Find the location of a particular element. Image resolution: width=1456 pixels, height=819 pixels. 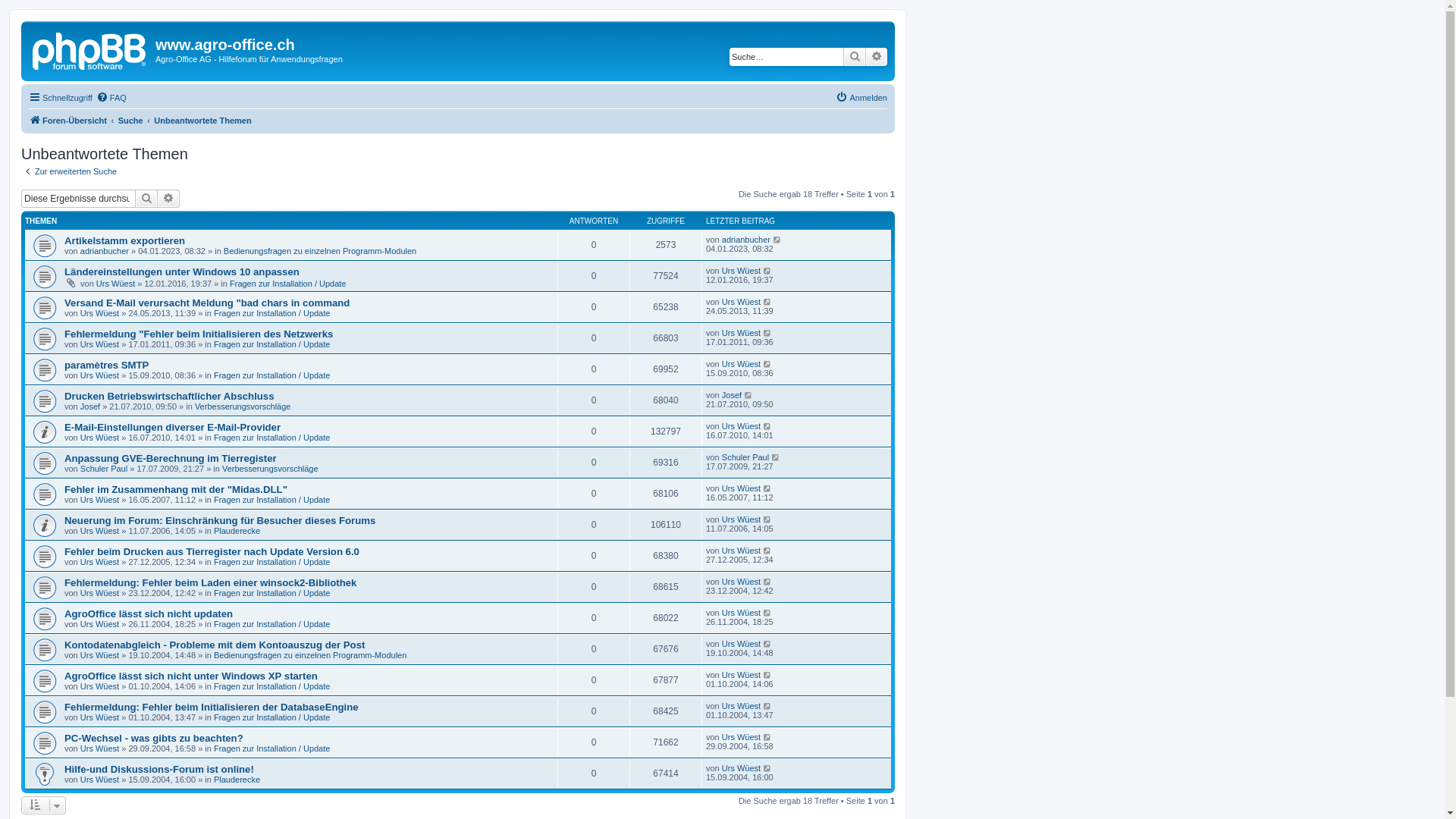

'E-Mail-Einstellungen diverser E-Mail-Provider' is located at coordinates (172, 427).